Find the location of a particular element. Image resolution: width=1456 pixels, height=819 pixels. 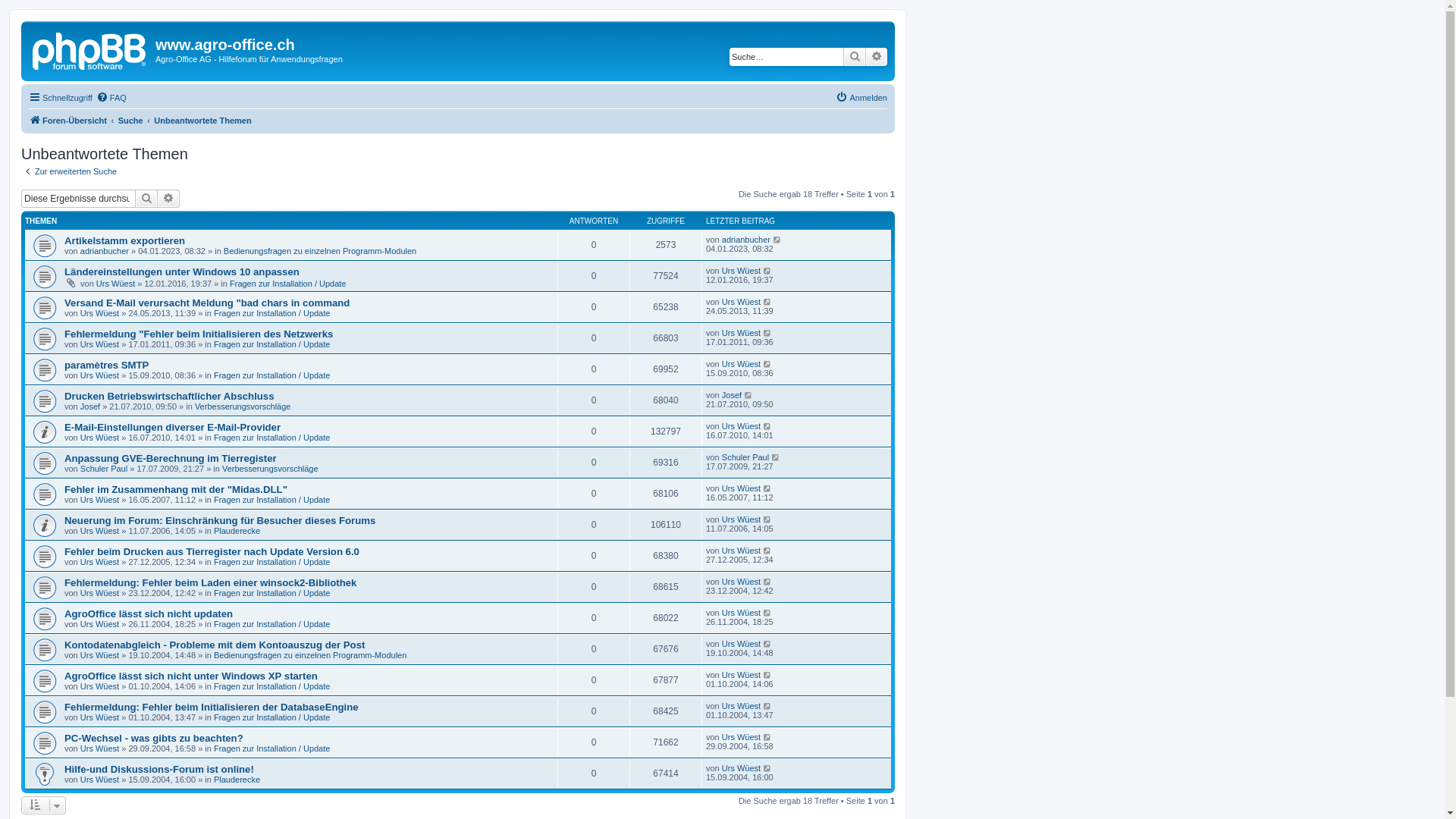

'E-Mail-Einstellungen diverser E-Mail-Provider' is located at coordinates (172, 427).